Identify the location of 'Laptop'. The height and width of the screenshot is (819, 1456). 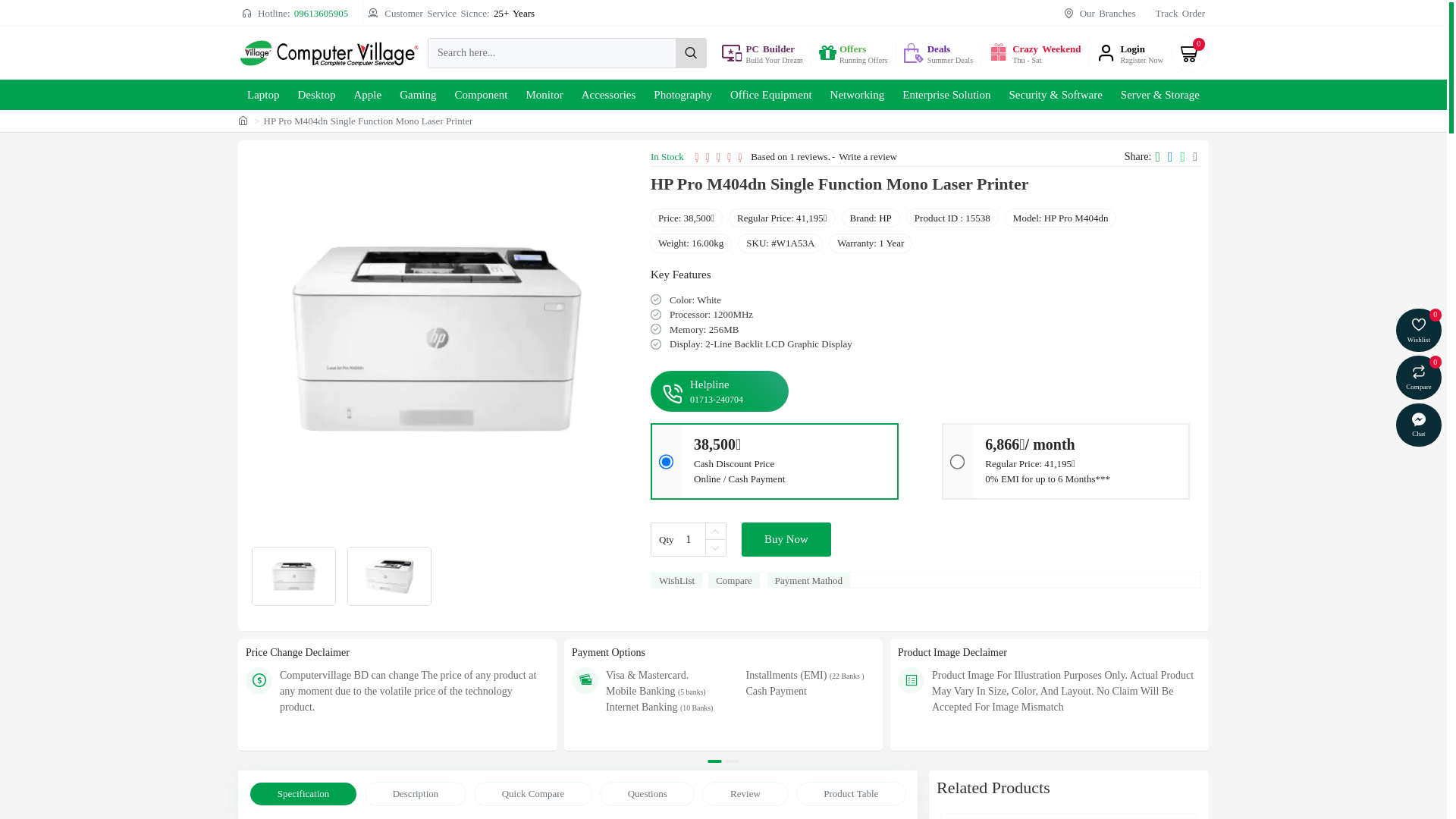
(263, 94).